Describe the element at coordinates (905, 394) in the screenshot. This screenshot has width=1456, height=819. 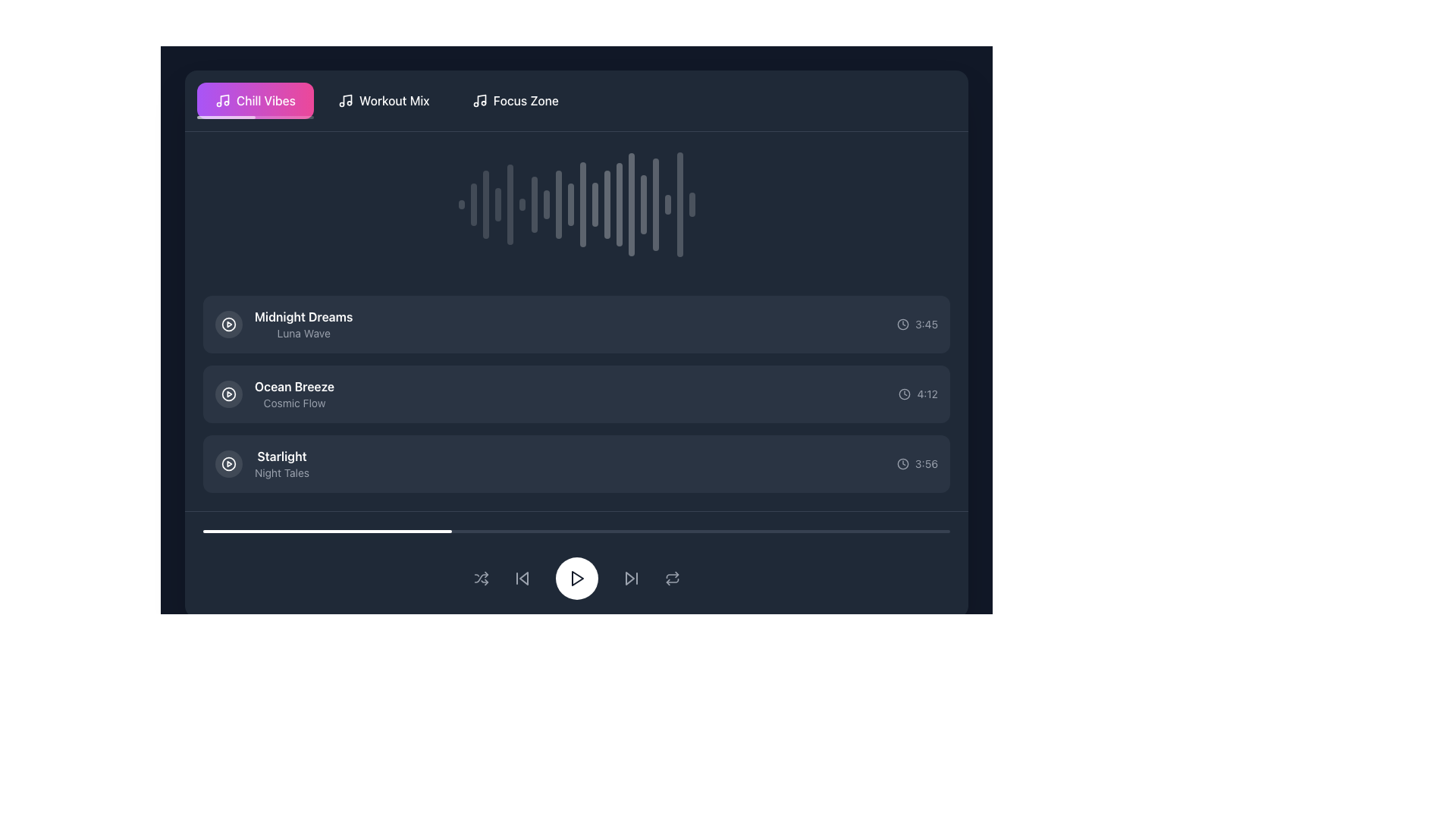
I see `the clock icon, which is a minimalist analog clock illustration located next to the time '4:12' for the song 'Ocean Breeze' in the song list` at that location.